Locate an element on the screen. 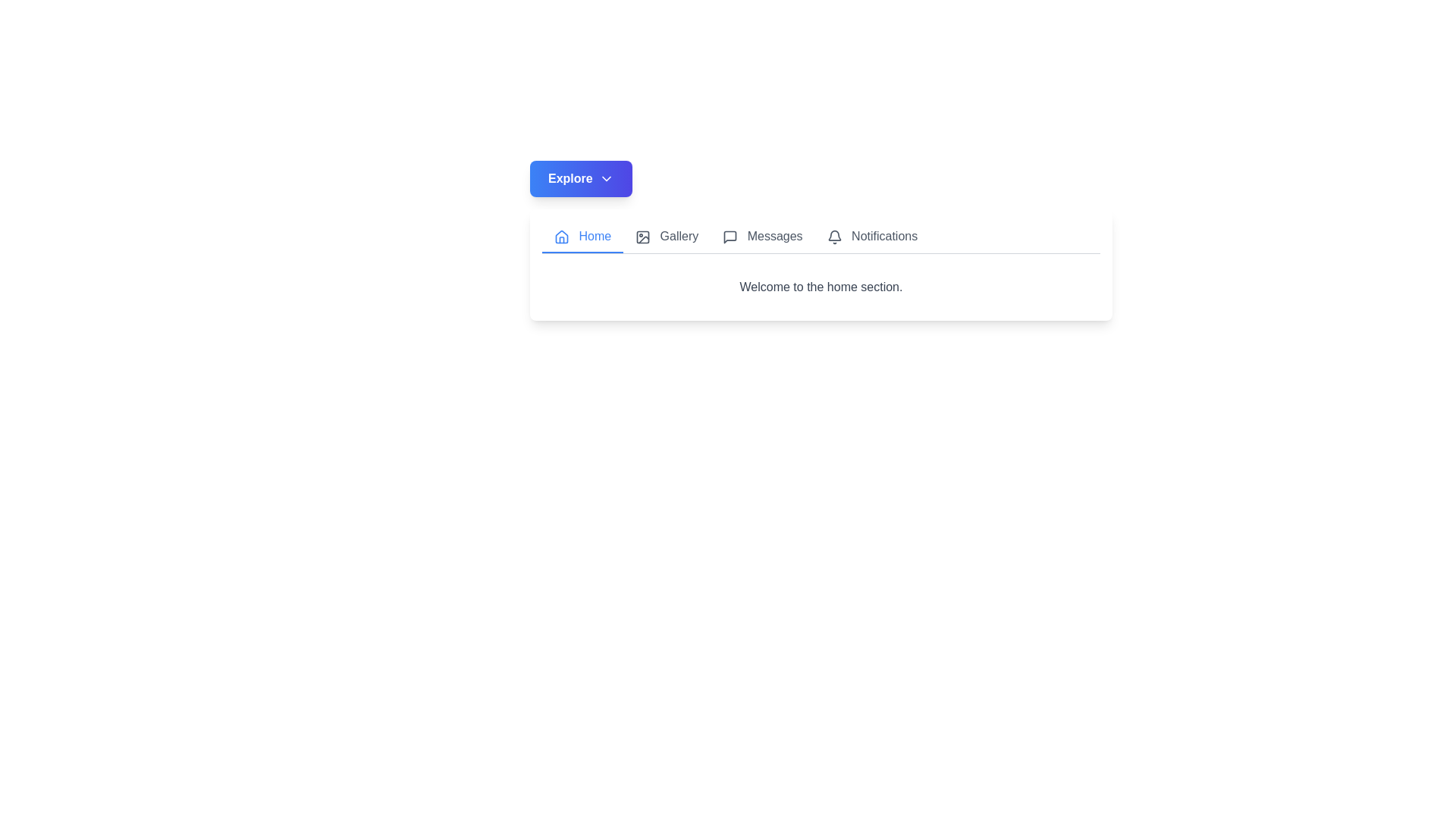  the 'Explore' button which contains a chevron icon indicating additional options when activated is located at coordinates (605, 177).